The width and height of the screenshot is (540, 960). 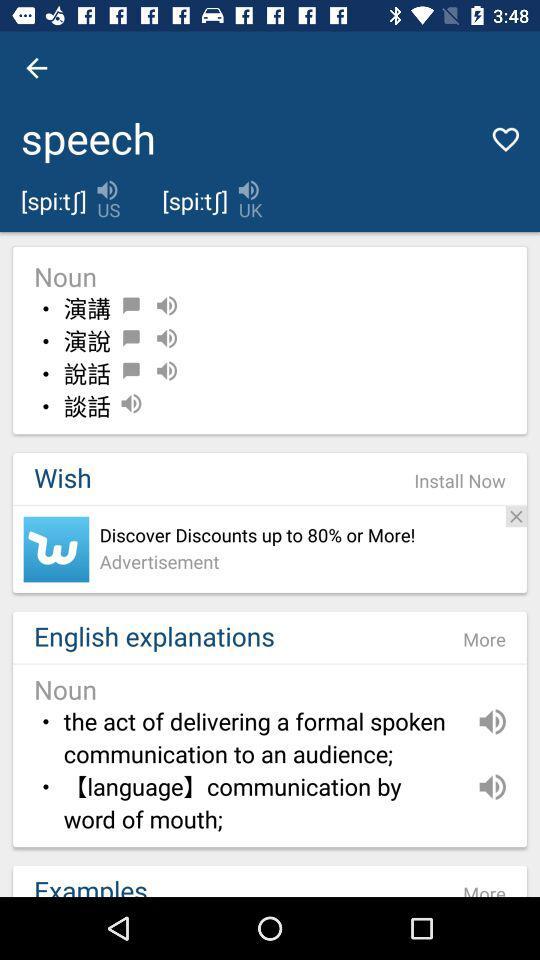 I want to click on the heart icon at the top right, so click(x=504, y=138).